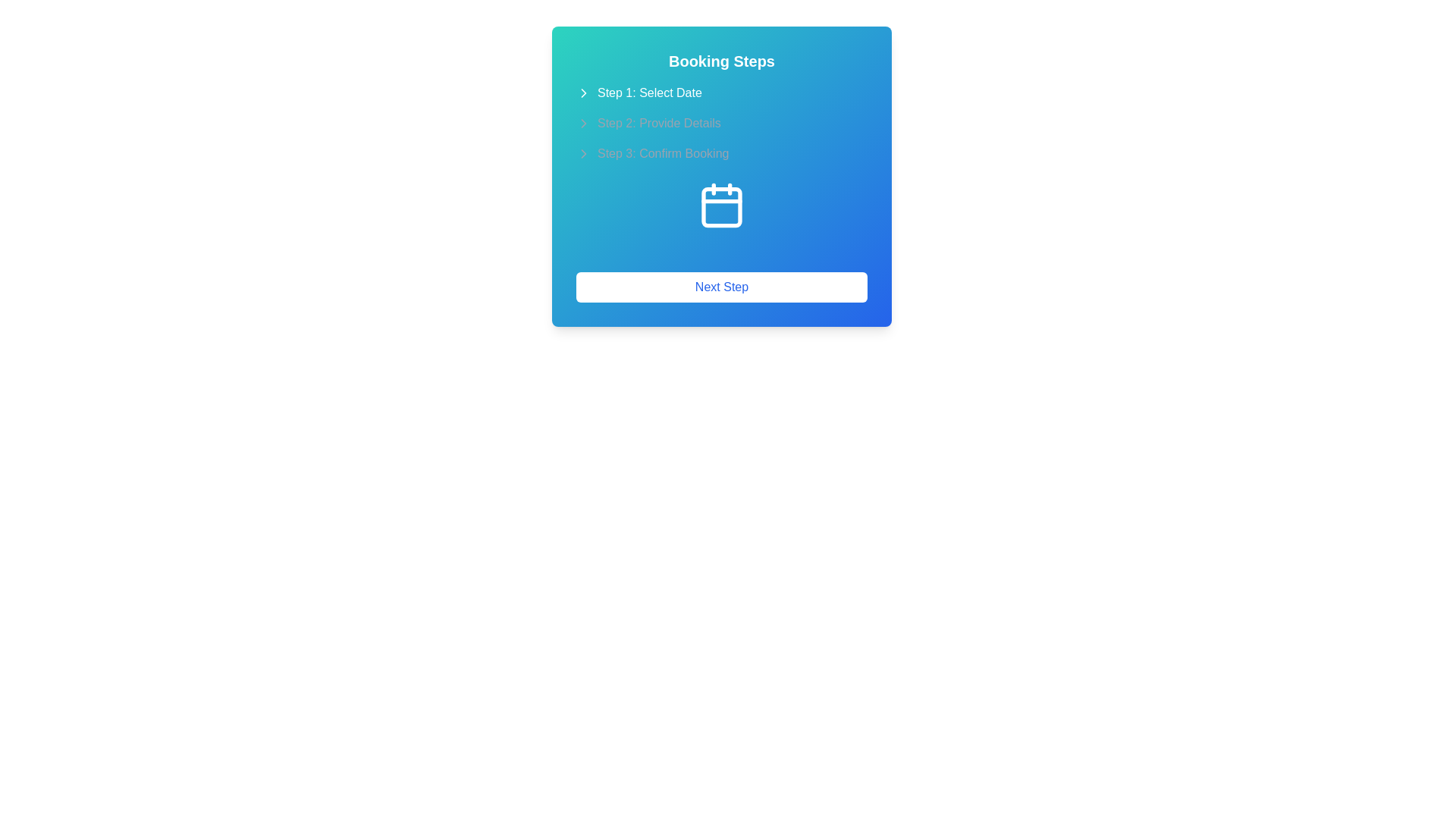 Image resolution: width=1456 pixels, height=819 pixels. I want to click on the static text label indicating the current step in the multi-step process, which is positioned below 'Step 2: Provide Details' and above a calendar icon, so click(663, 154).